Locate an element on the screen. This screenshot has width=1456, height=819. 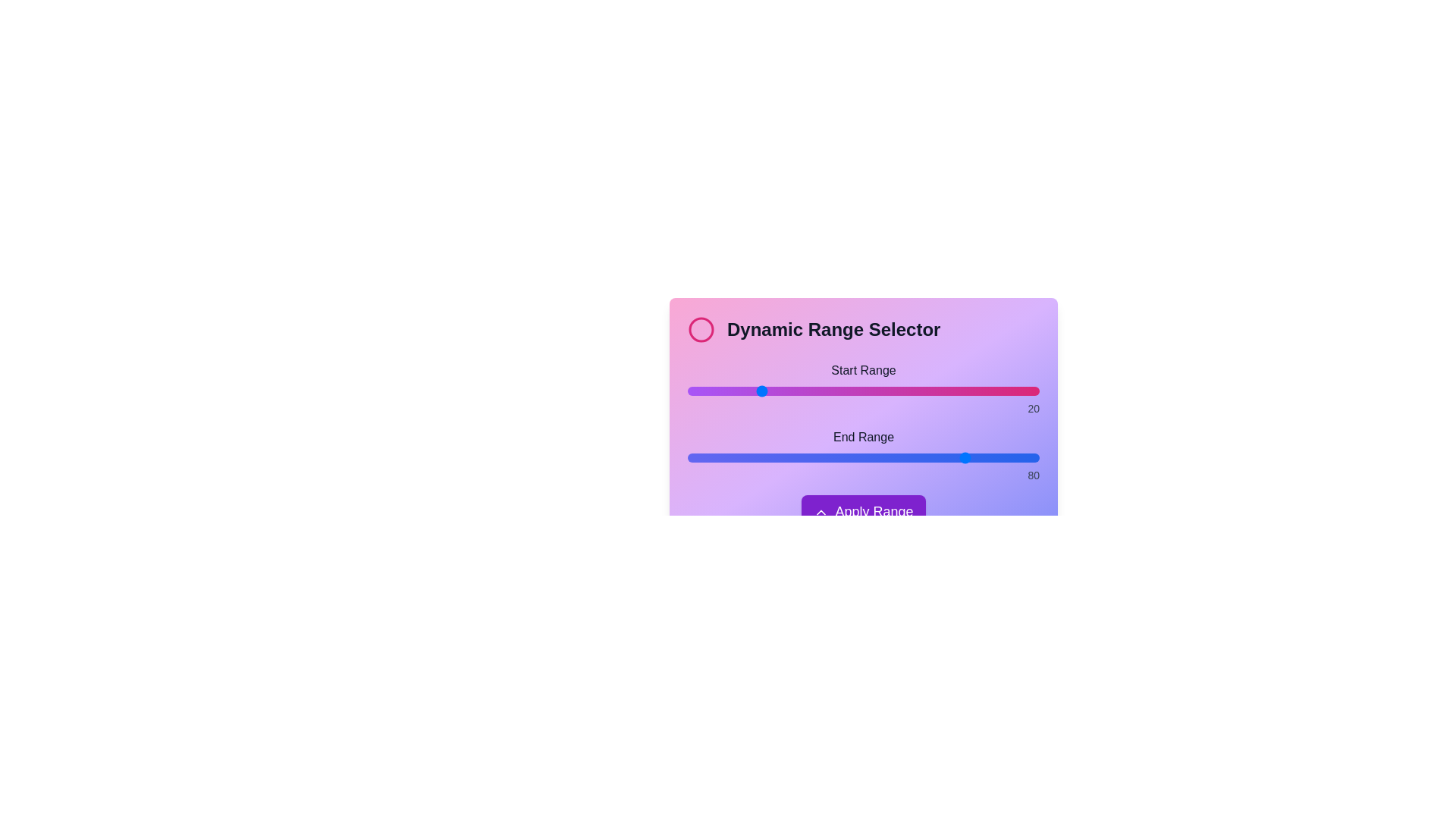
the start range slider to 12 by dragging the slider to the desired position is located at coordinates (730, 391).